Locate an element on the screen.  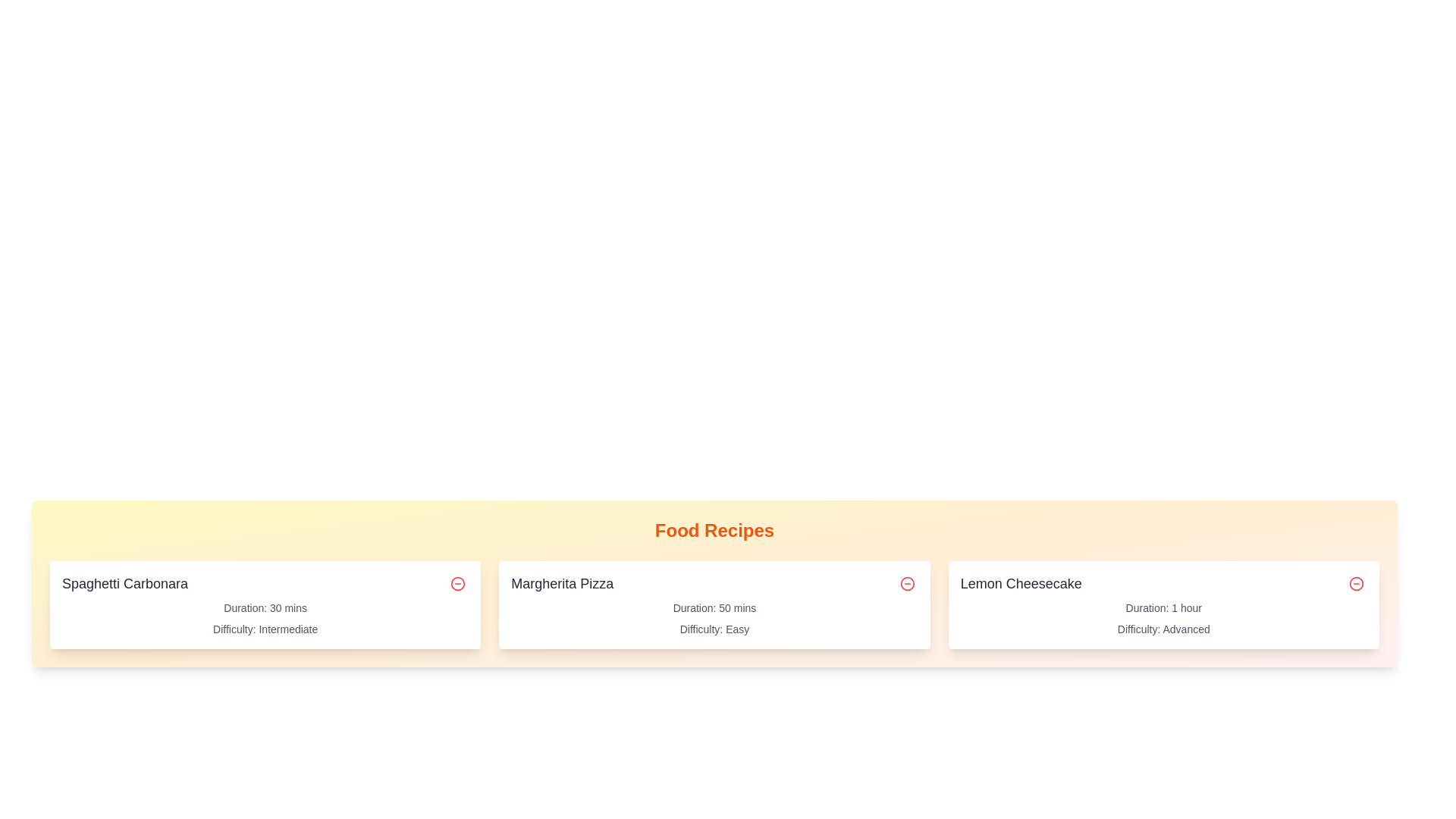
the text element that provides preparation time and difficulty level for the 'Lemon Cheesecake' recipe, located within its card below the title is located at coordinates (1163, 619).